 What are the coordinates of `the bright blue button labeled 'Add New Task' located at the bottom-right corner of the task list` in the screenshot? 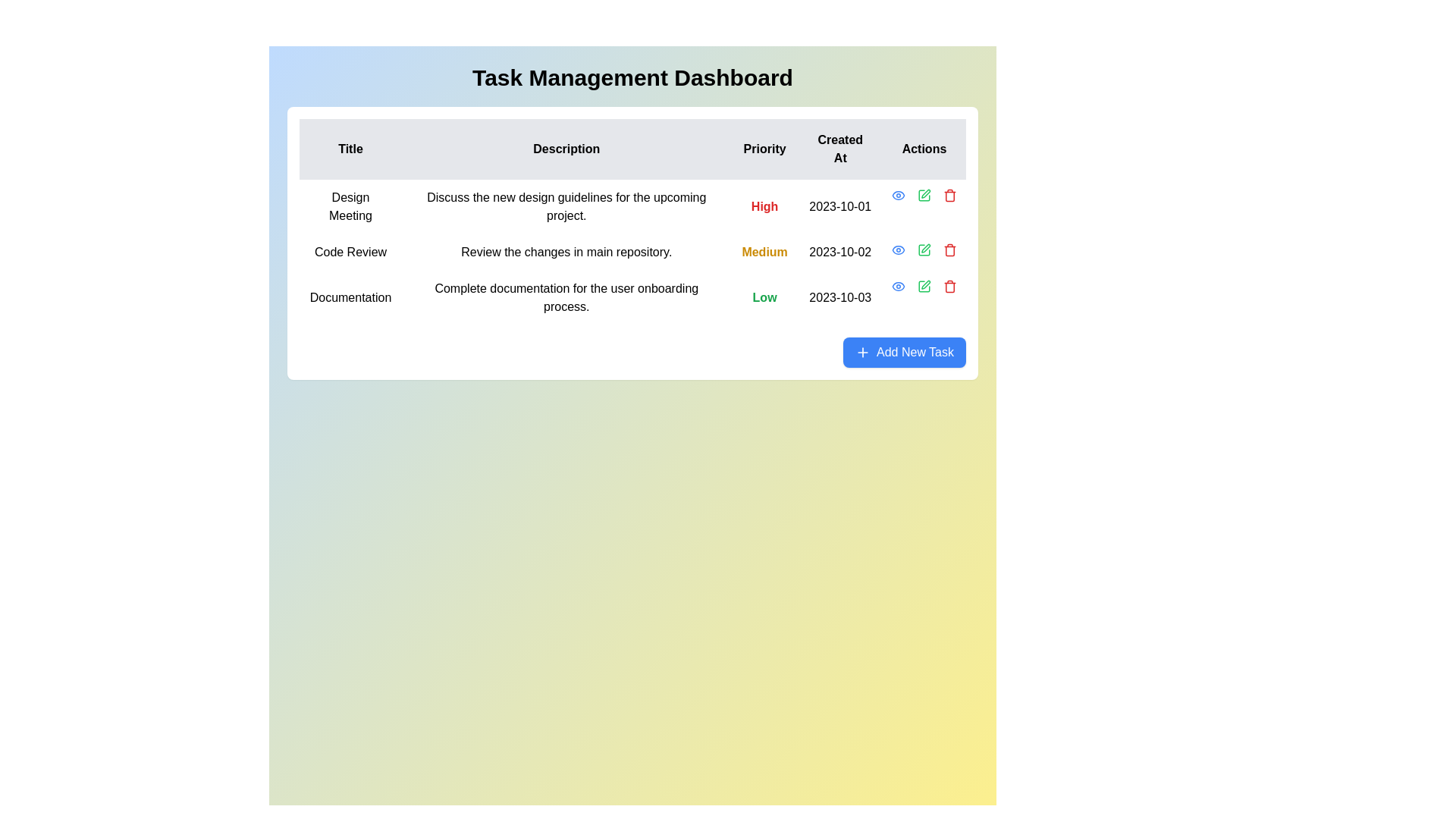 It's located at (905, 353).